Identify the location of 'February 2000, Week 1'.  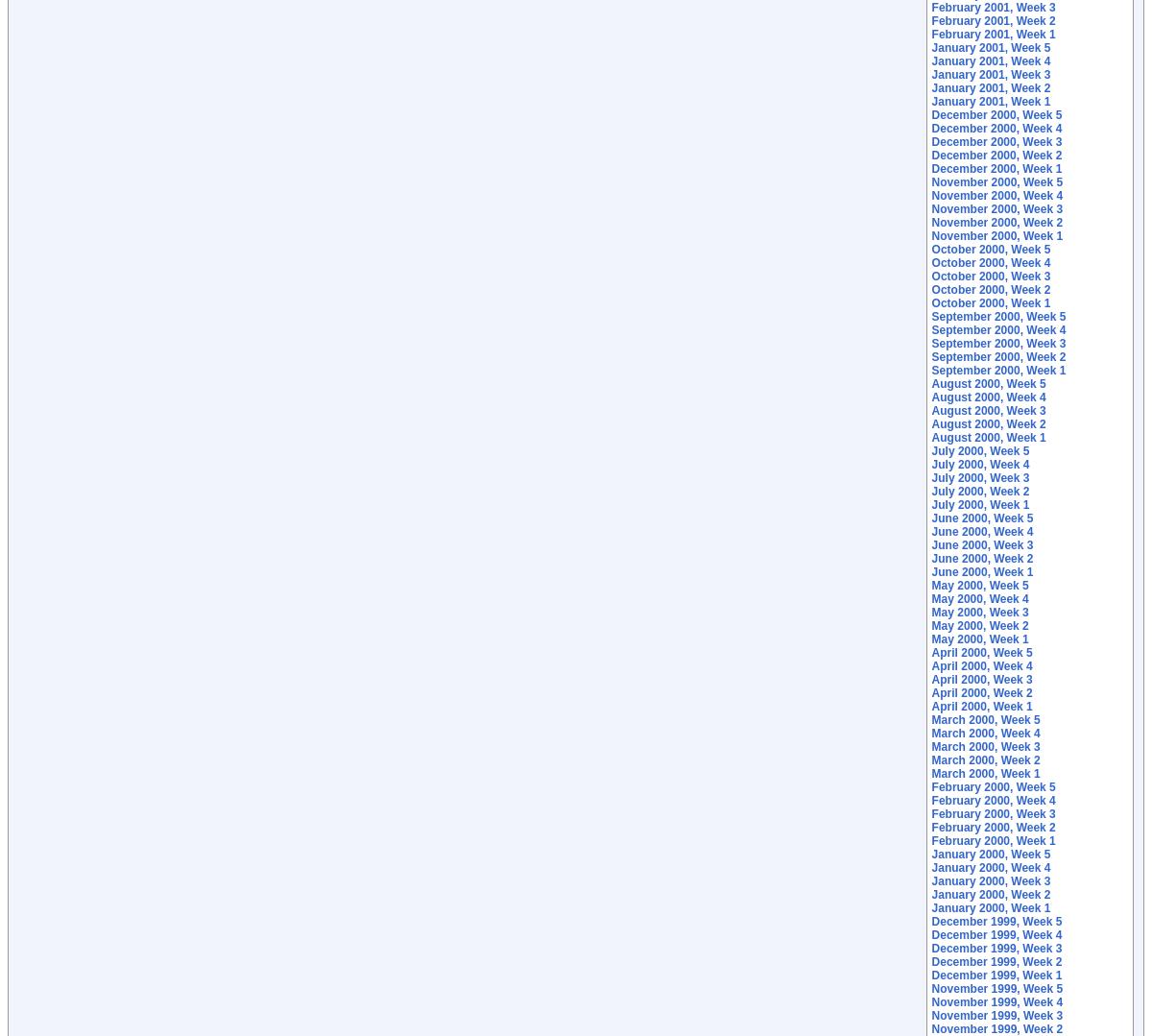
(993, 840).